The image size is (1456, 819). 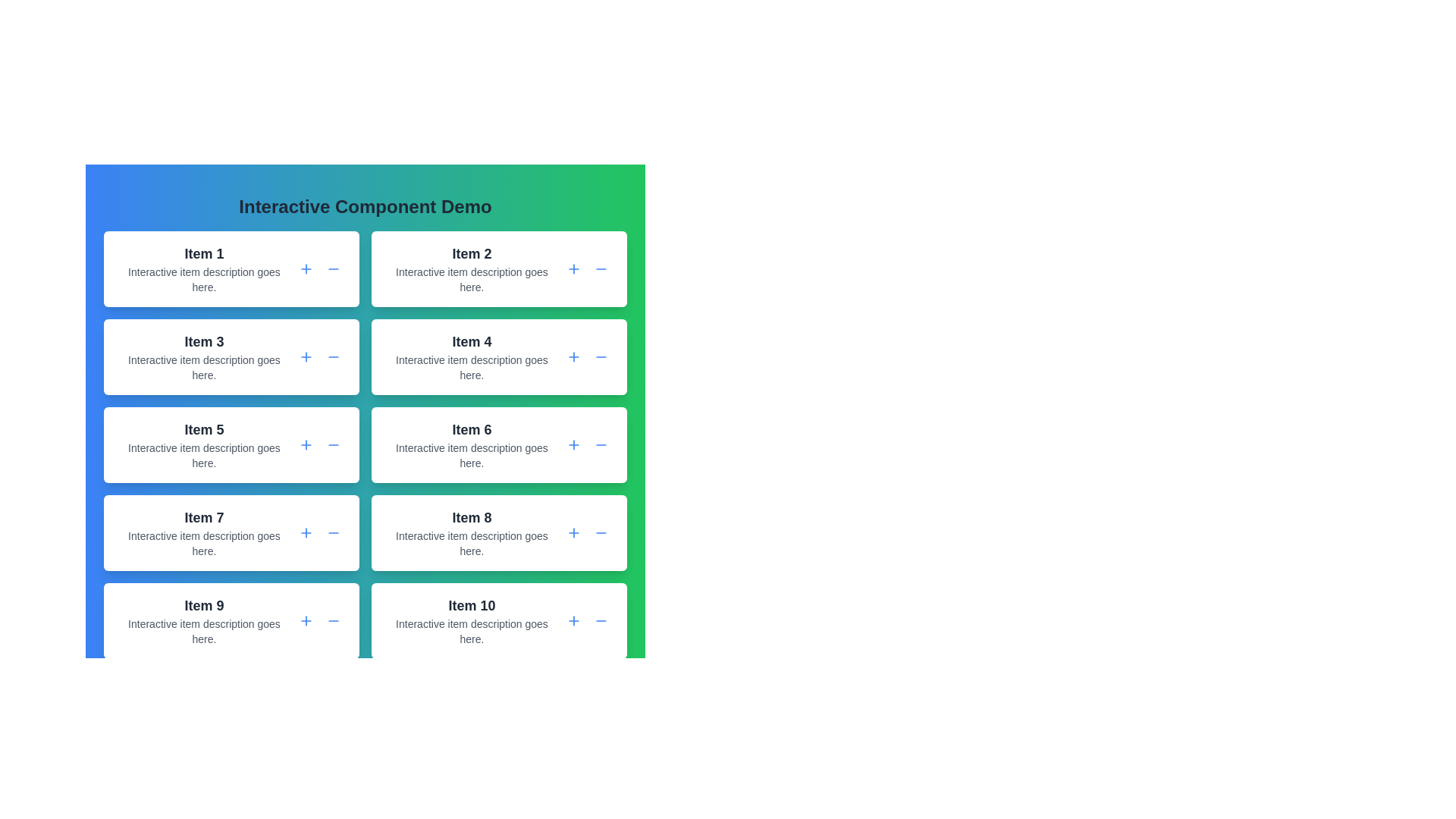 I want to click on the blue plus icon button styled as an icon, so click(x=305, y=356).